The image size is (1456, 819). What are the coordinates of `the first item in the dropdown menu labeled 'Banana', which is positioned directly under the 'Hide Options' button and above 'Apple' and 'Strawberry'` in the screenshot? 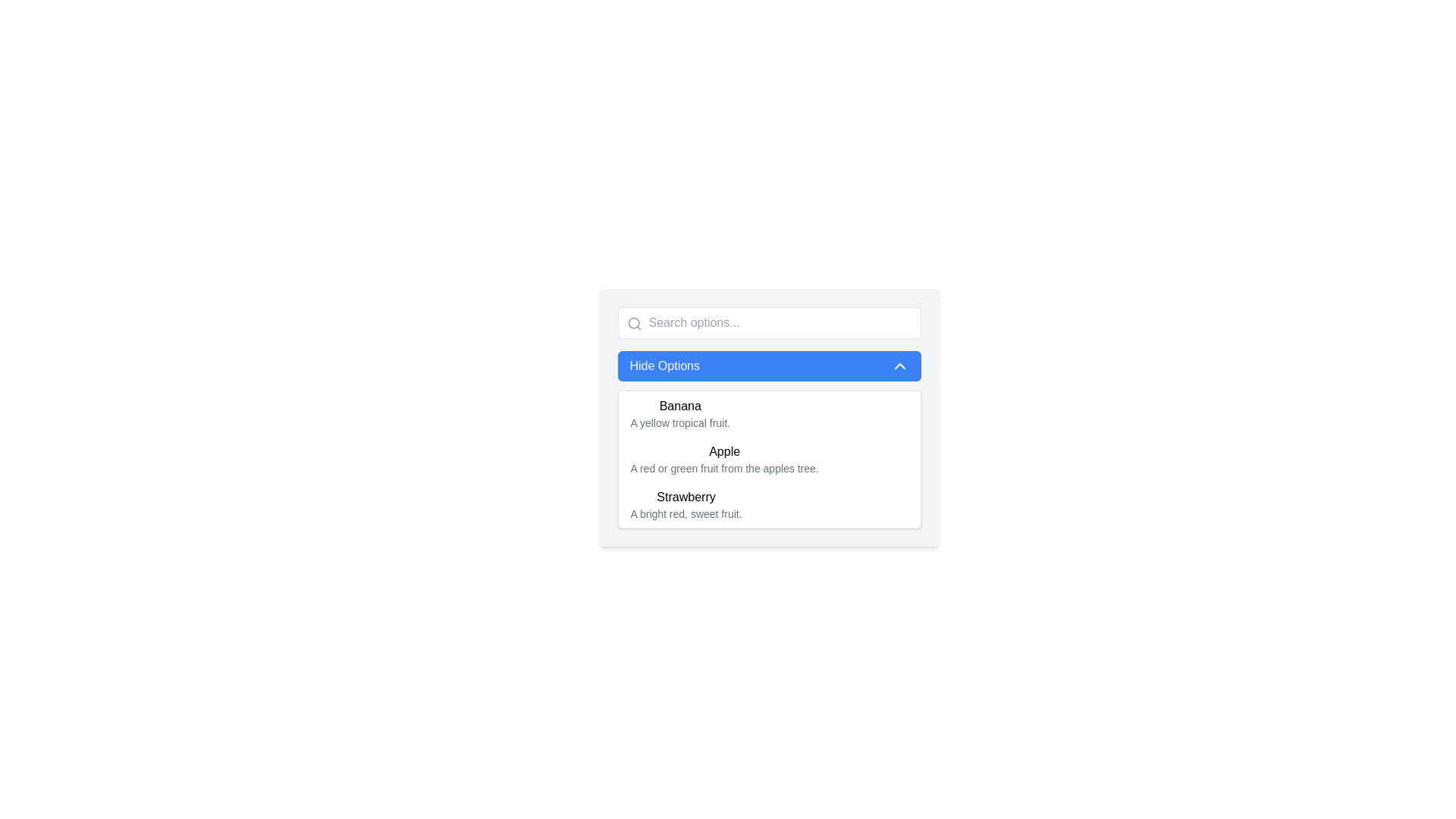 It's located at (679, 414).